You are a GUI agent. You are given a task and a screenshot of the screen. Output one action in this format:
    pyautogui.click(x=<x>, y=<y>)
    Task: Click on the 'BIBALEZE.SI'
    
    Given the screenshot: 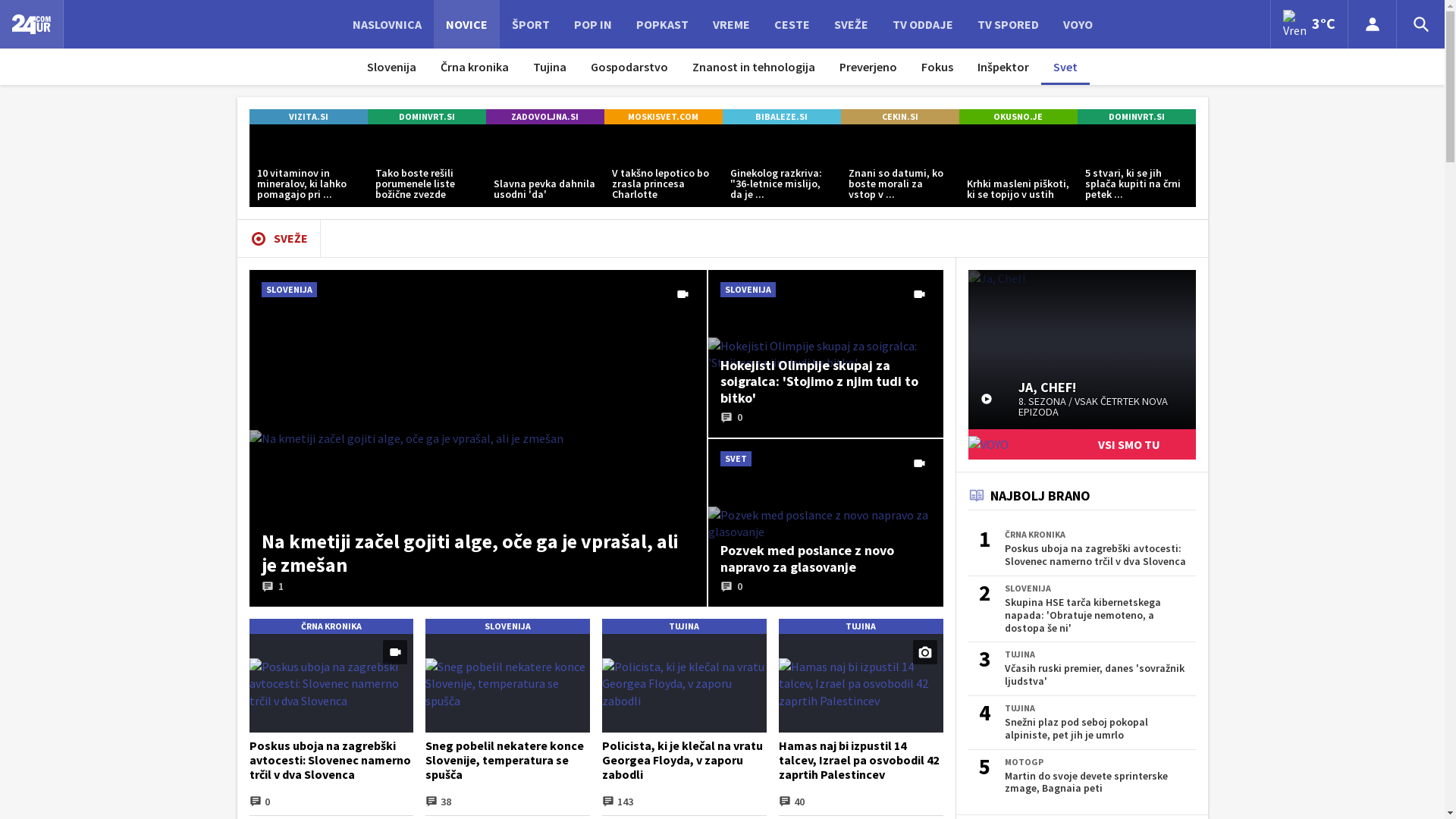 What is the action you would take?
    pyautogui.click(x=781, y=116)
    